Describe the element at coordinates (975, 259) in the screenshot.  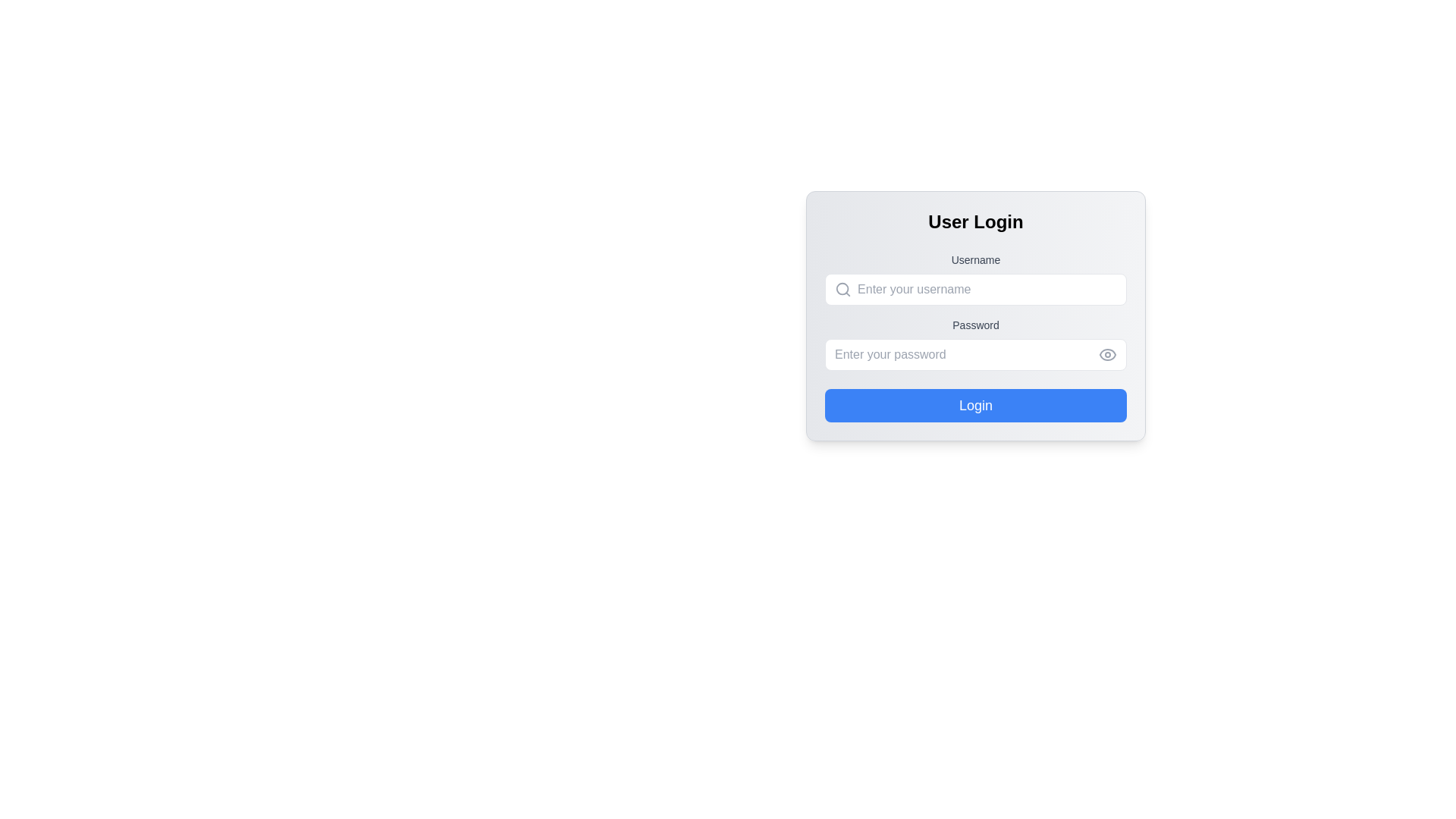
I see `'Username' text label located above the username input box in the login form interface for input guidance` at that location.